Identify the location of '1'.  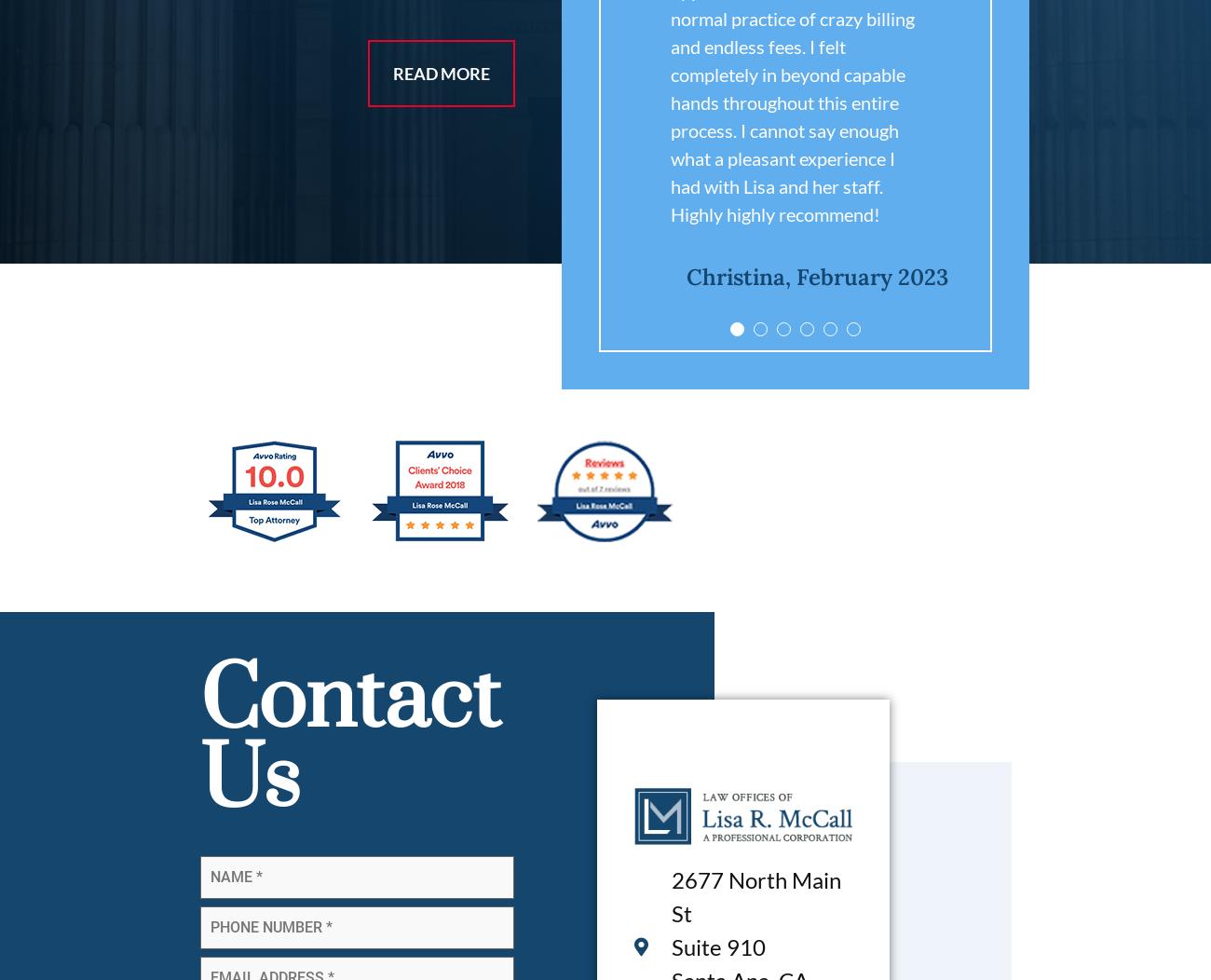
(884, 333).